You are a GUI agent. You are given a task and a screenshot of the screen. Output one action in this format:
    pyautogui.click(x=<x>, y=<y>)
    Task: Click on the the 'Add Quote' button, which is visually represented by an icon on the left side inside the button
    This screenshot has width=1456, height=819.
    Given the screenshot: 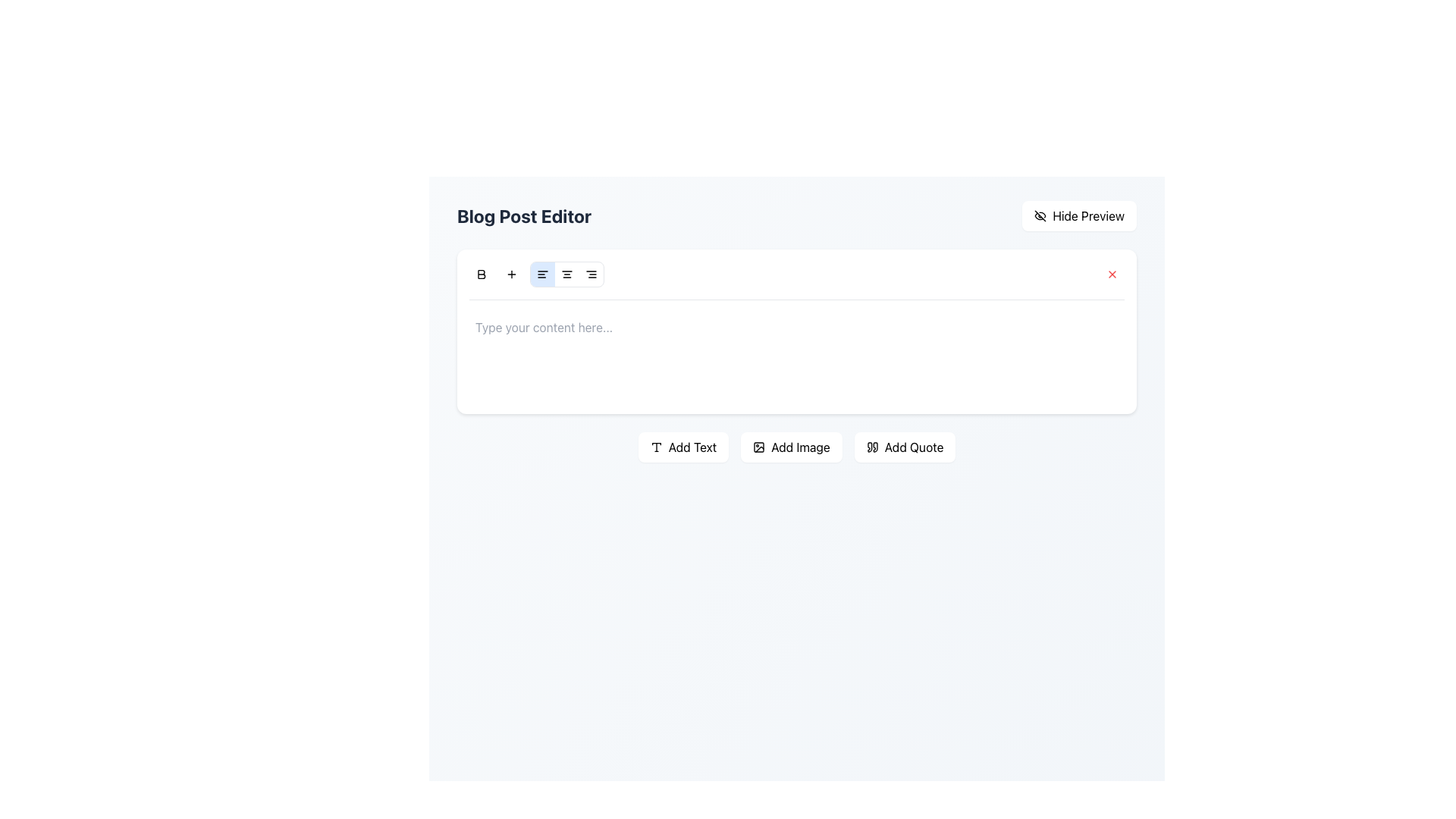 What is the action you would take?
    pyautogui.click(x=872, y=447)
    